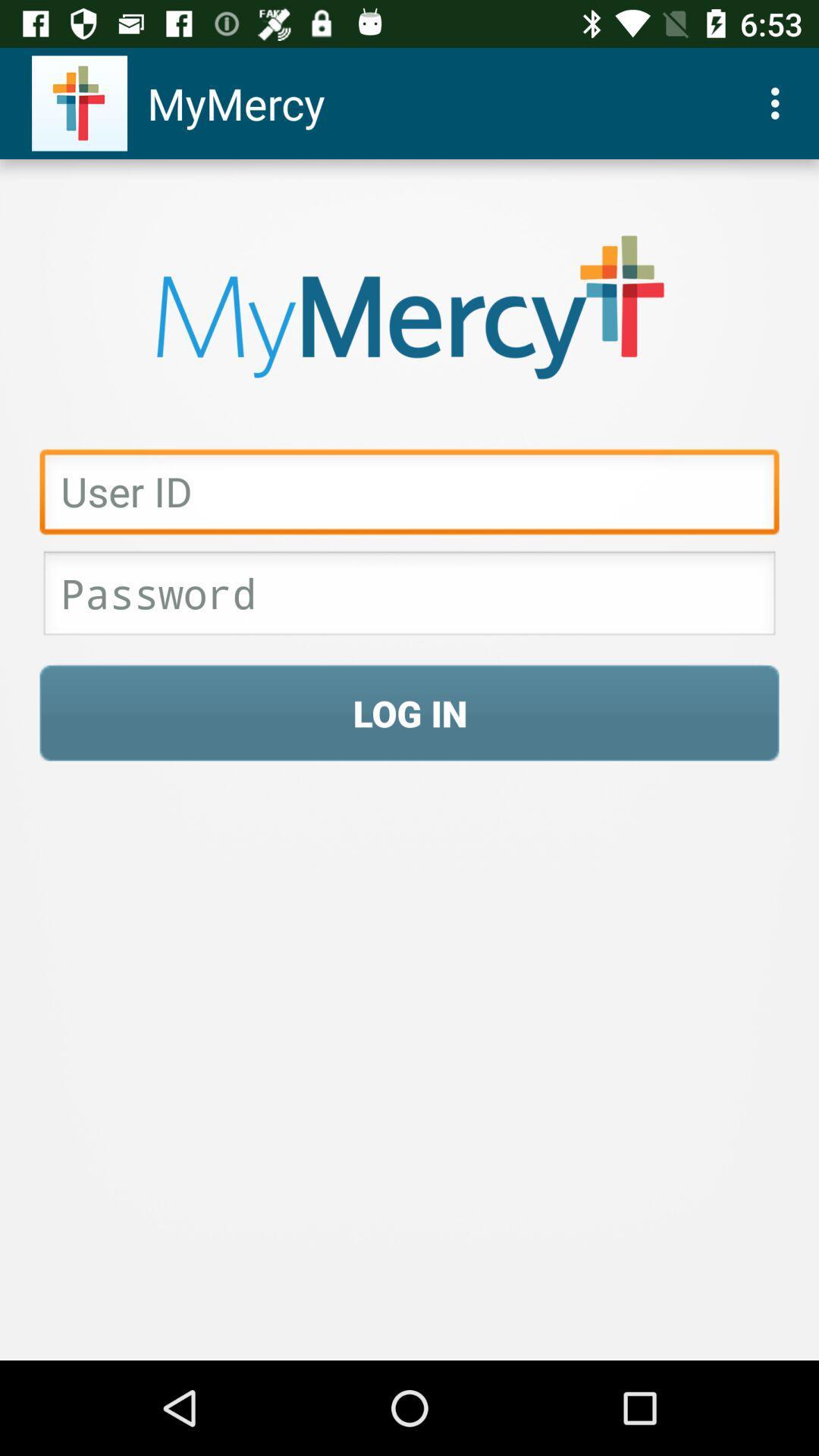 The height and width of the screenshot is (1456, 819). Describe the element at coordinates (409, 712) in the screenshot. I see `the log in icon` at that location.